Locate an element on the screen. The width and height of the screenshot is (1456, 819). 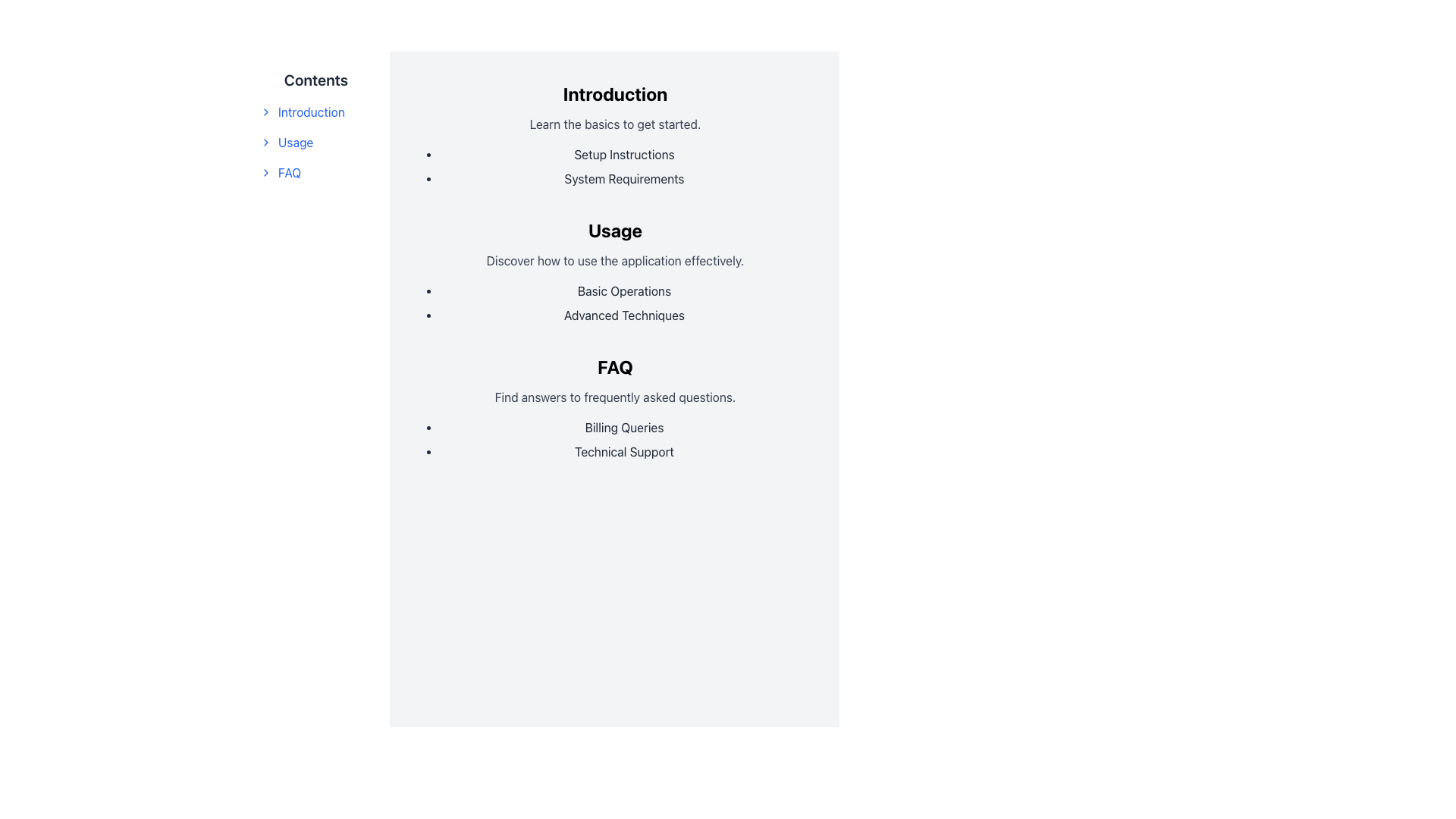
contents of the list containing 'Billing Queries' and 'Technical Support', located in the FAQ section beneath the text 'Find answers to frequently asked questions' is located at coordinates (615, 439).